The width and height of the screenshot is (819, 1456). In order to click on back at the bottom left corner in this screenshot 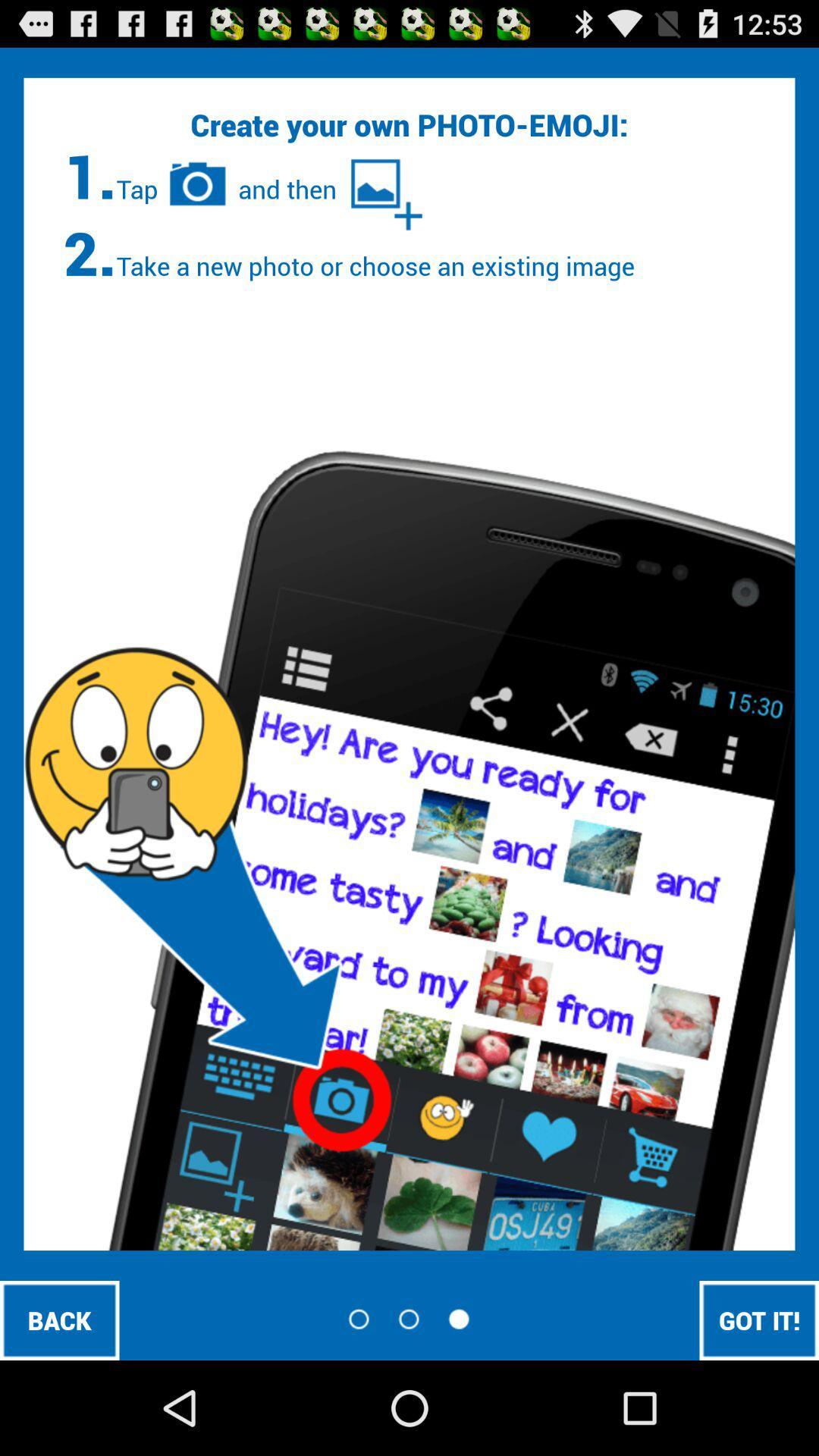, I will do `click(58, 1319)`.